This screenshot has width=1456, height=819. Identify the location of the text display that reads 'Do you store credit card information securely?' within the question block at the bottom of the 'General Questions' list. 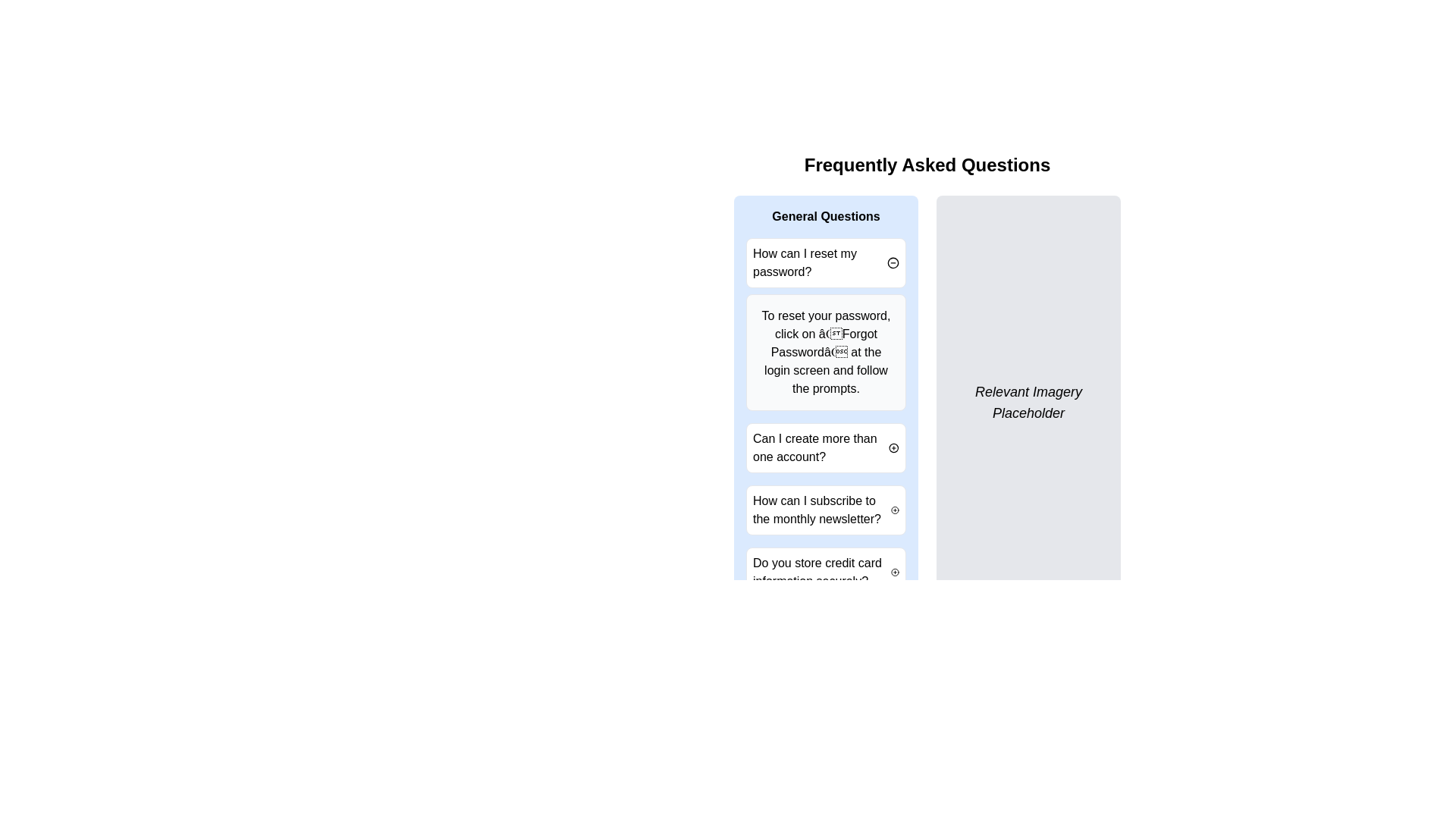
(821, 573).